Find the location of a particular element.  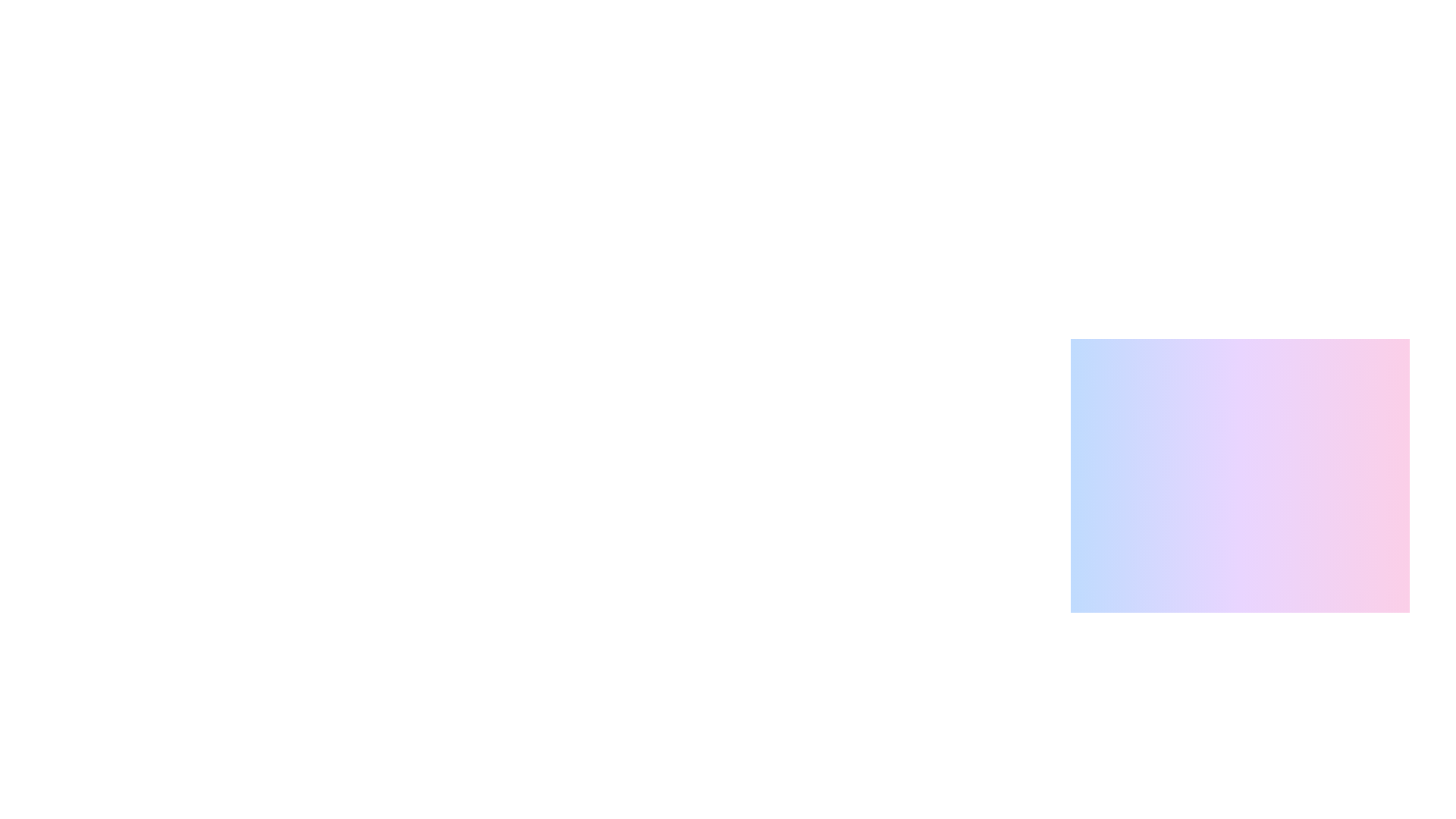

the alert icon to interact with it is located at coordinates (1090, 698).